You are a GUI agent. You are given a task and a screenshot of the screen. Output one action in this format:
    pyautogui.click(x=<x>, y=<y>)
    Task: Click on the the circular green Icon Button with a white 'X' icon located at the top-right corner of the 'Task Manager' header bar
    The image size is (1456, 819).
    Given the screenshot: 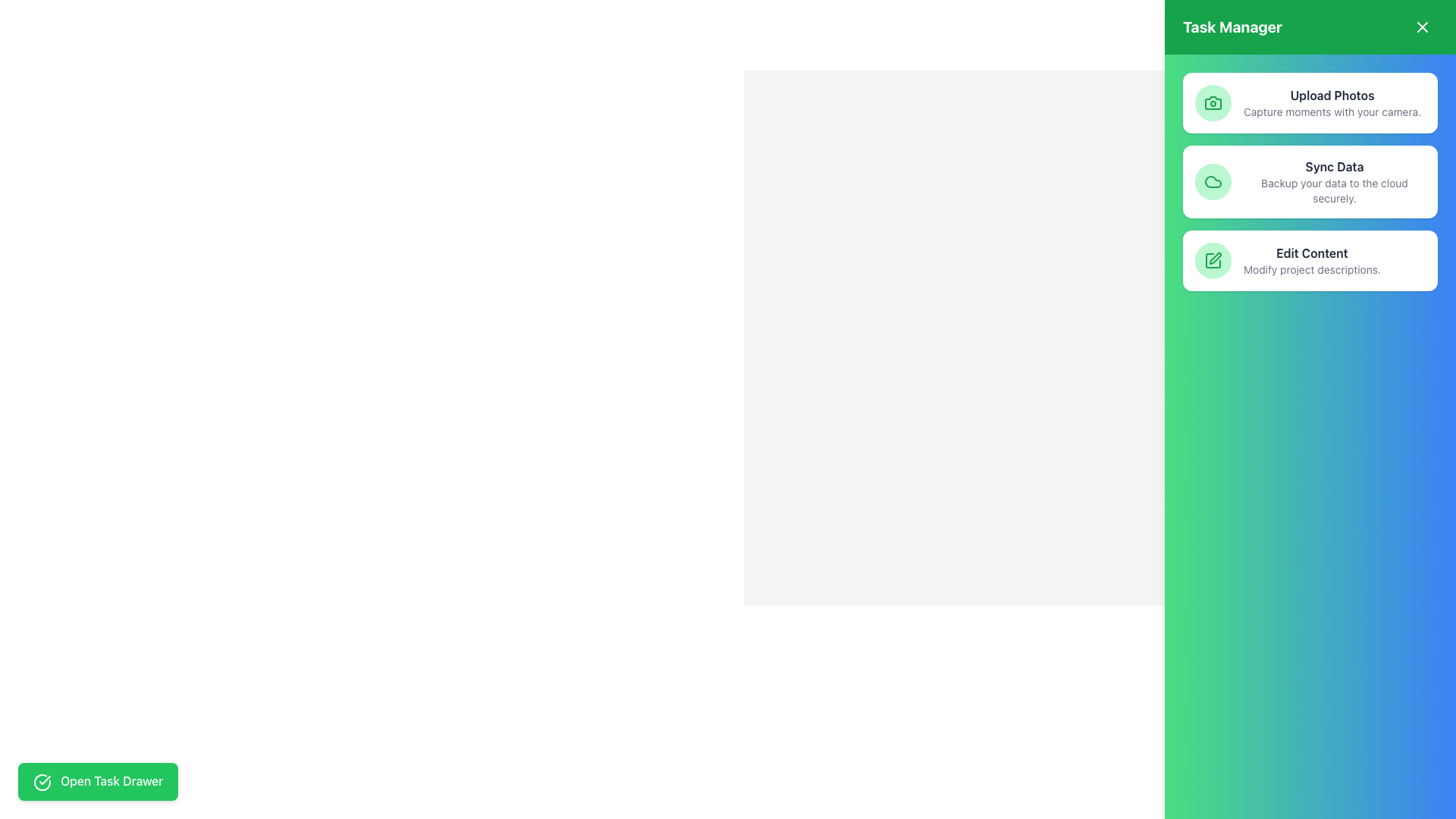 What is the action you would take?
    pyautogui.click(x=1422, y=27)
    